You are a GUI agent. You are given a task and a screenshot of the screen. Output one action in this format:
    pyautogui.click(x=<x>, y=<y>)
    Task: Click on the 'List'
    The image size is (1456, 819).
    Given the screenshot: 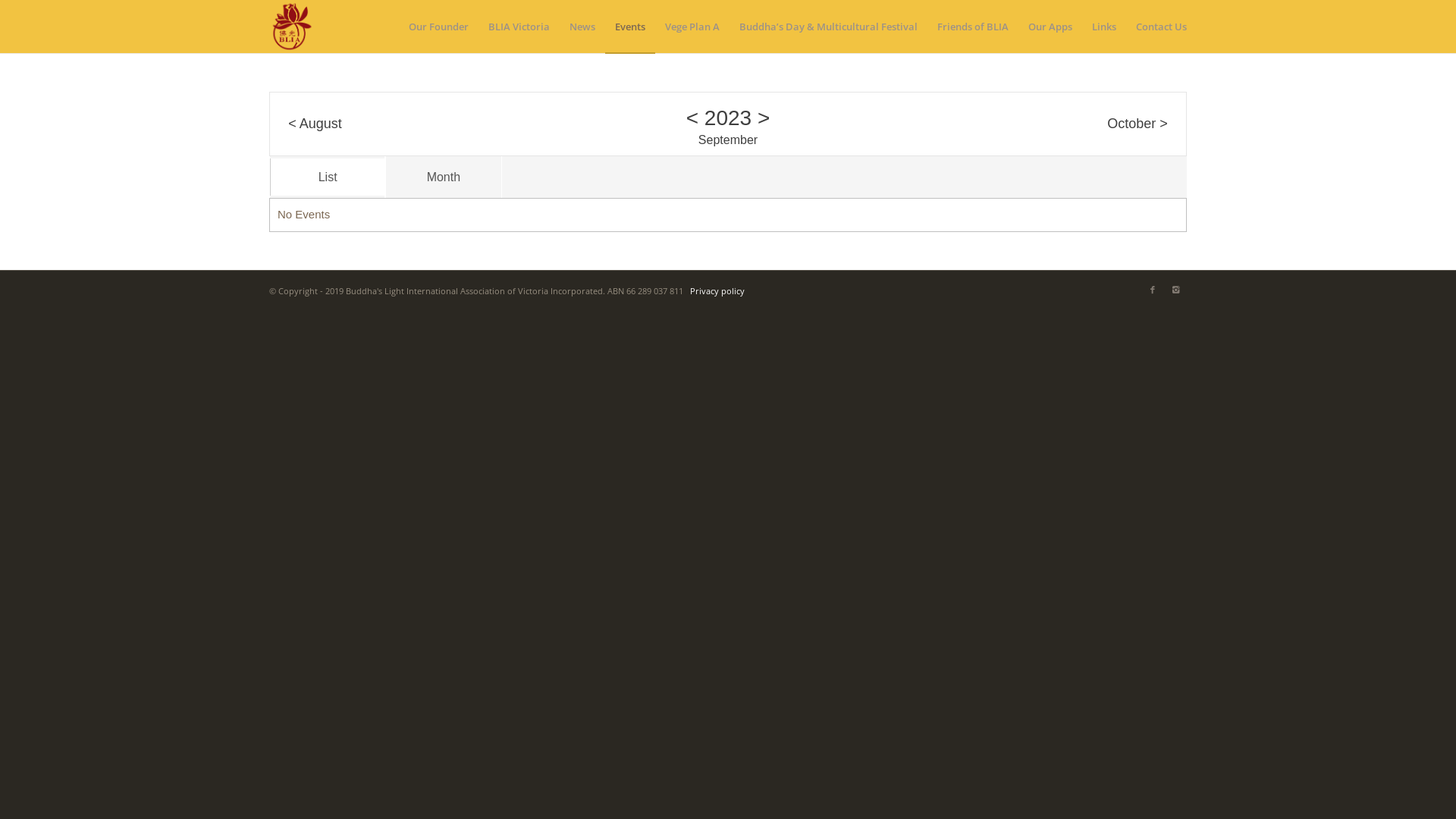 What is the action you would take?
    pyautogui.click(x=326, y=176)
    